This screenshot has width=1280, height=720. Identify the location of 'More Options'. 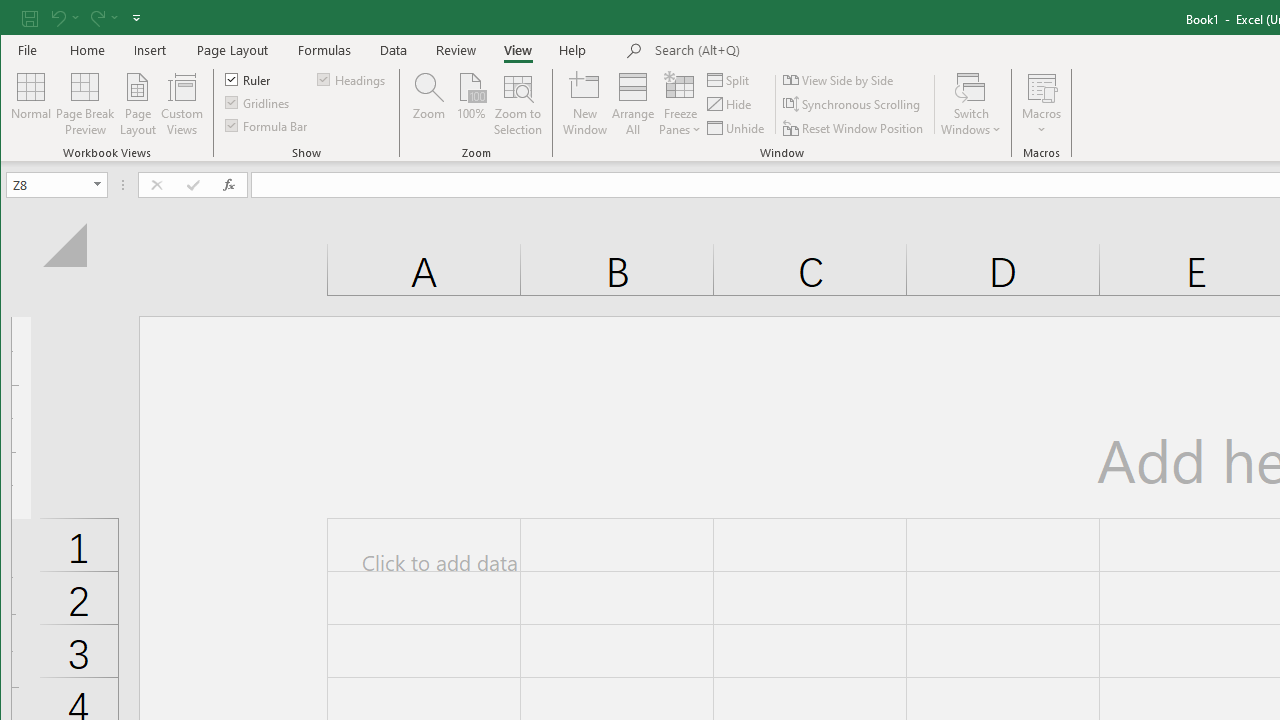
(1040, 123).